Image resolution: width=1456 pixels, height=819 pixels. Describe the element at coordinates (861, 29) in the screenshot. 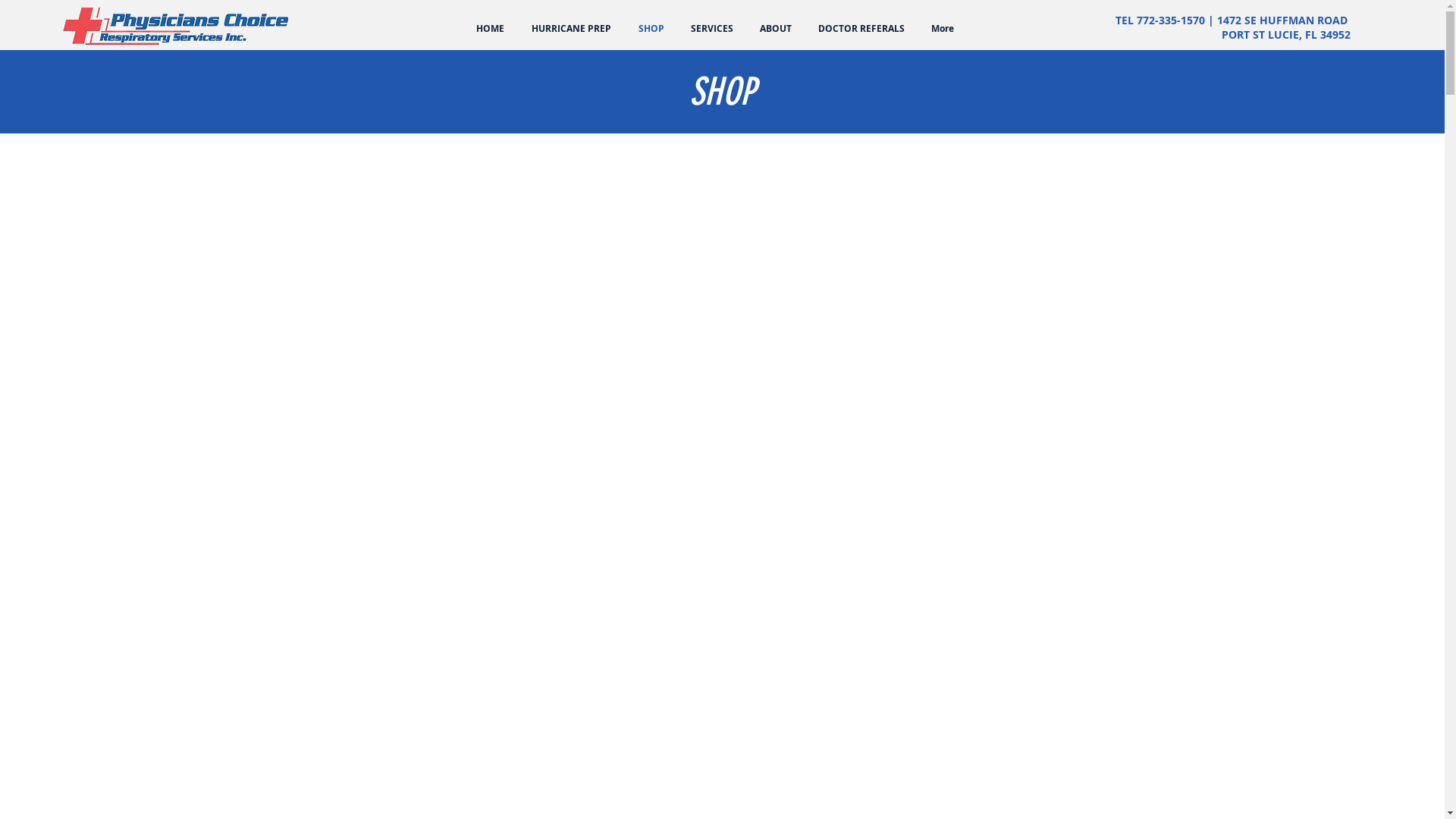

I see `'DOCTOR REFERALS'` at that location.